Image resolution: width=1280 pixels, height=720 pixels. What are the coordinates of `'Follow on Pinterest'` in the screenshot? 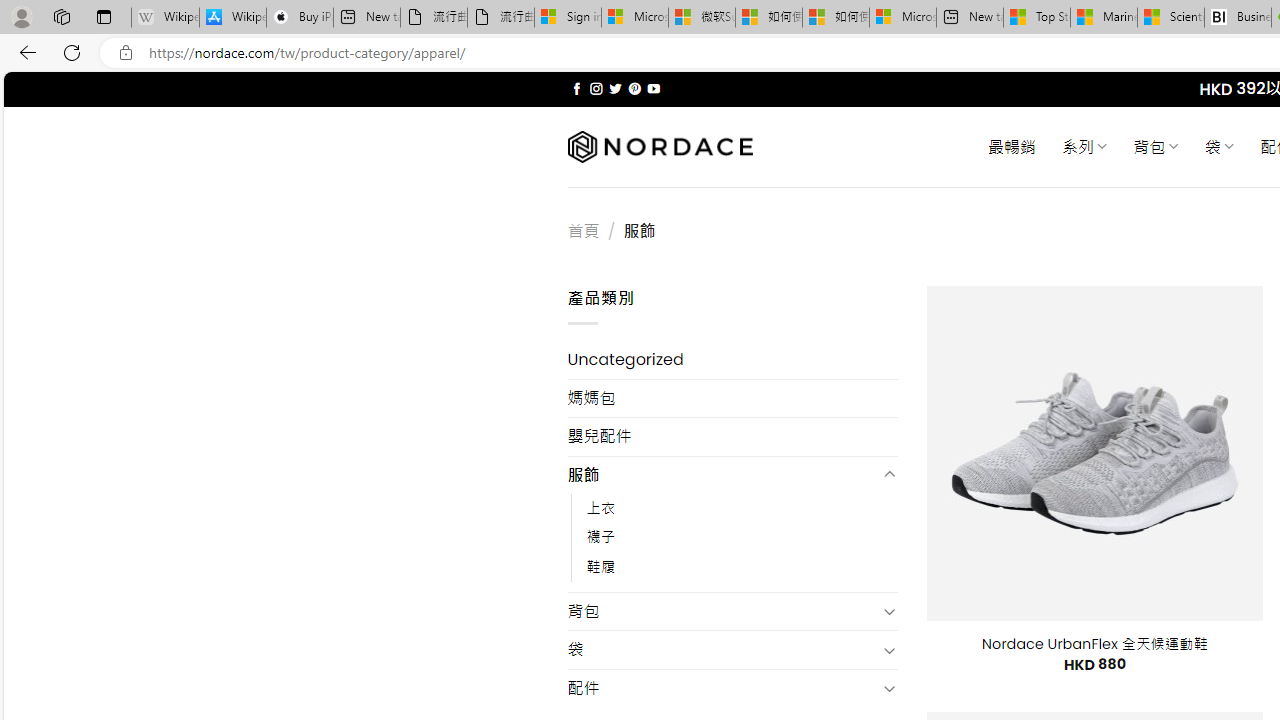 It's located at (633, 88).